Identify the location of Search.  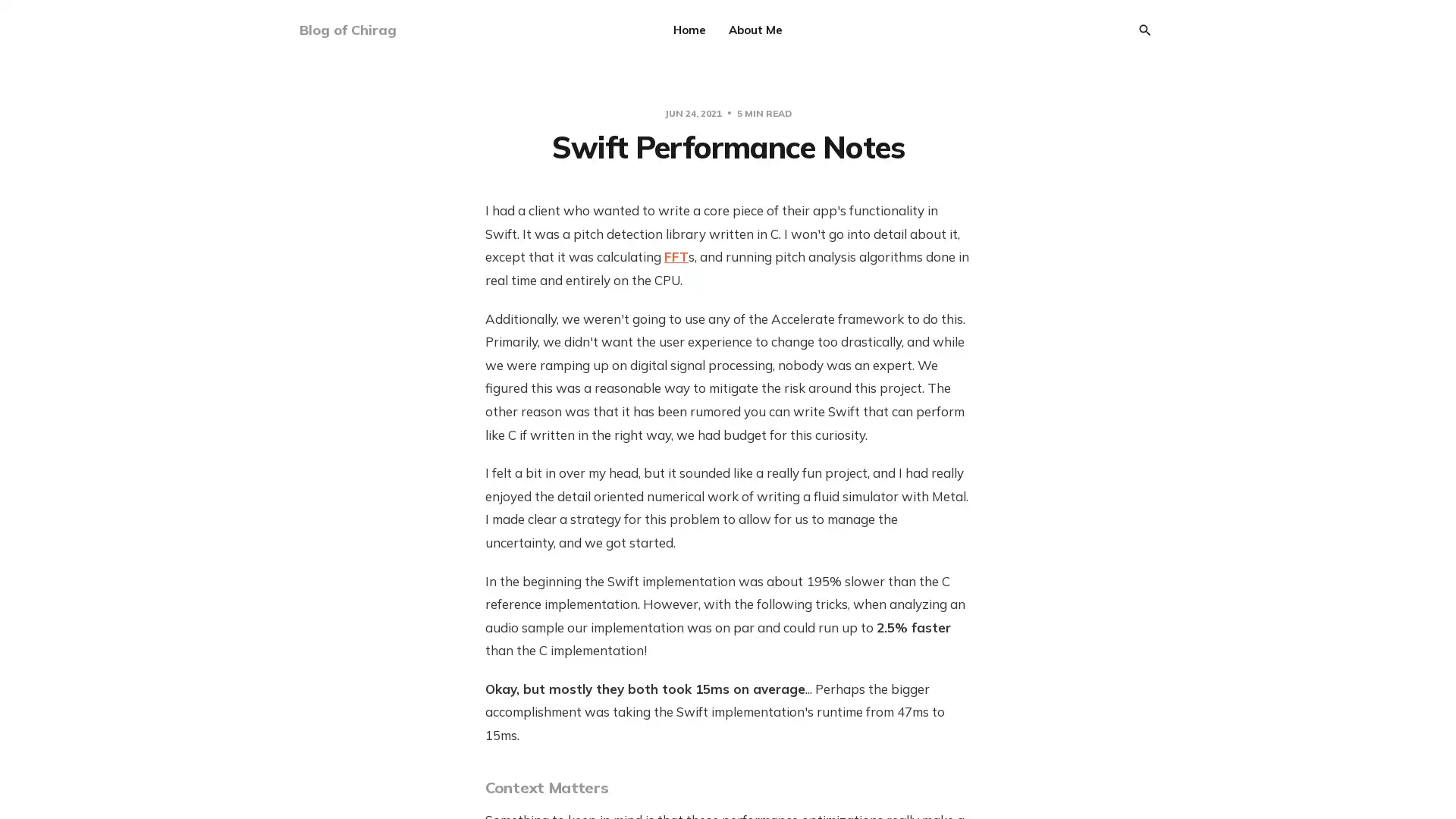
(1145, 30).